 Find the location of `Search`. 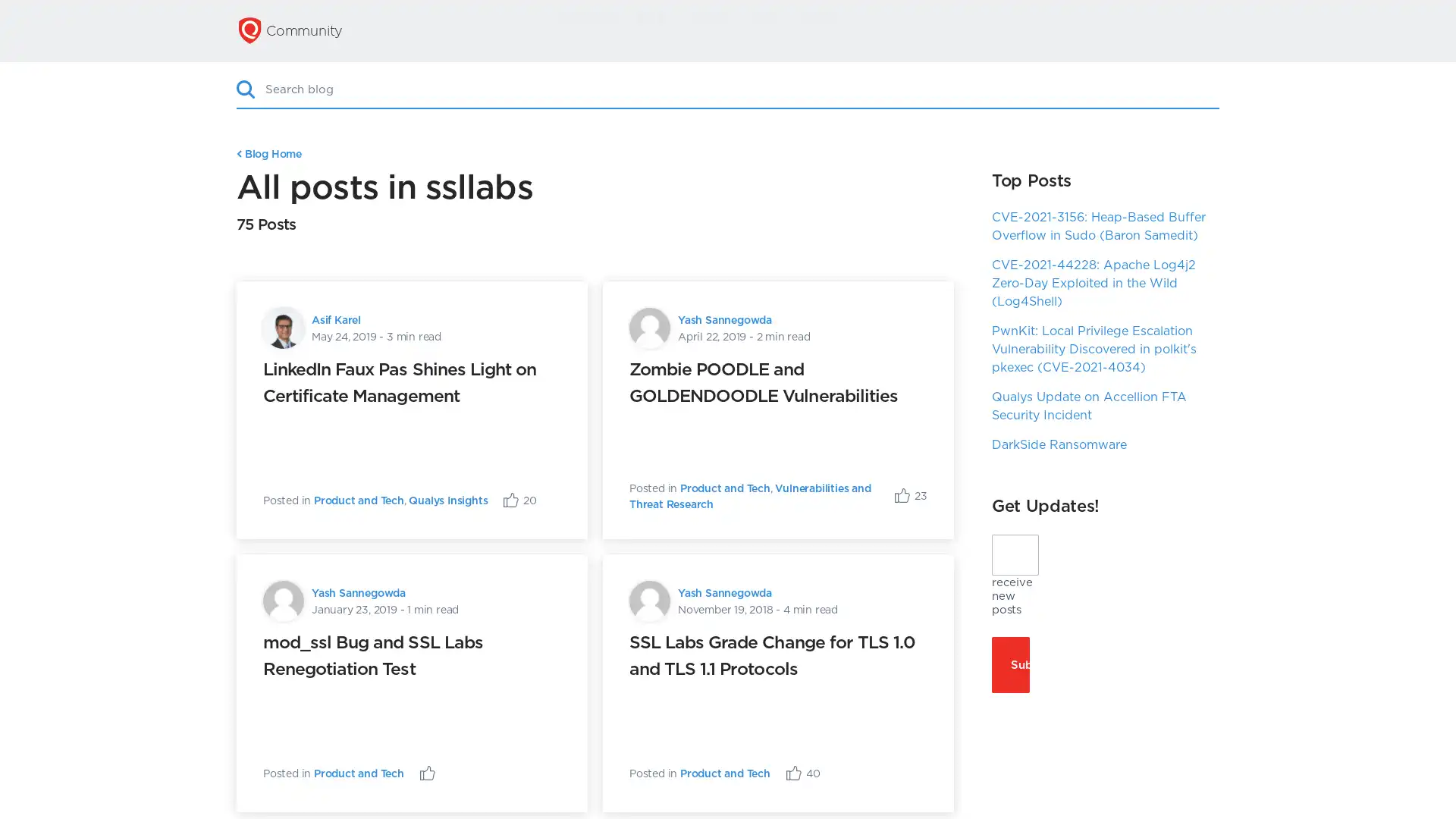

Search is located at coordinates (246, 90).